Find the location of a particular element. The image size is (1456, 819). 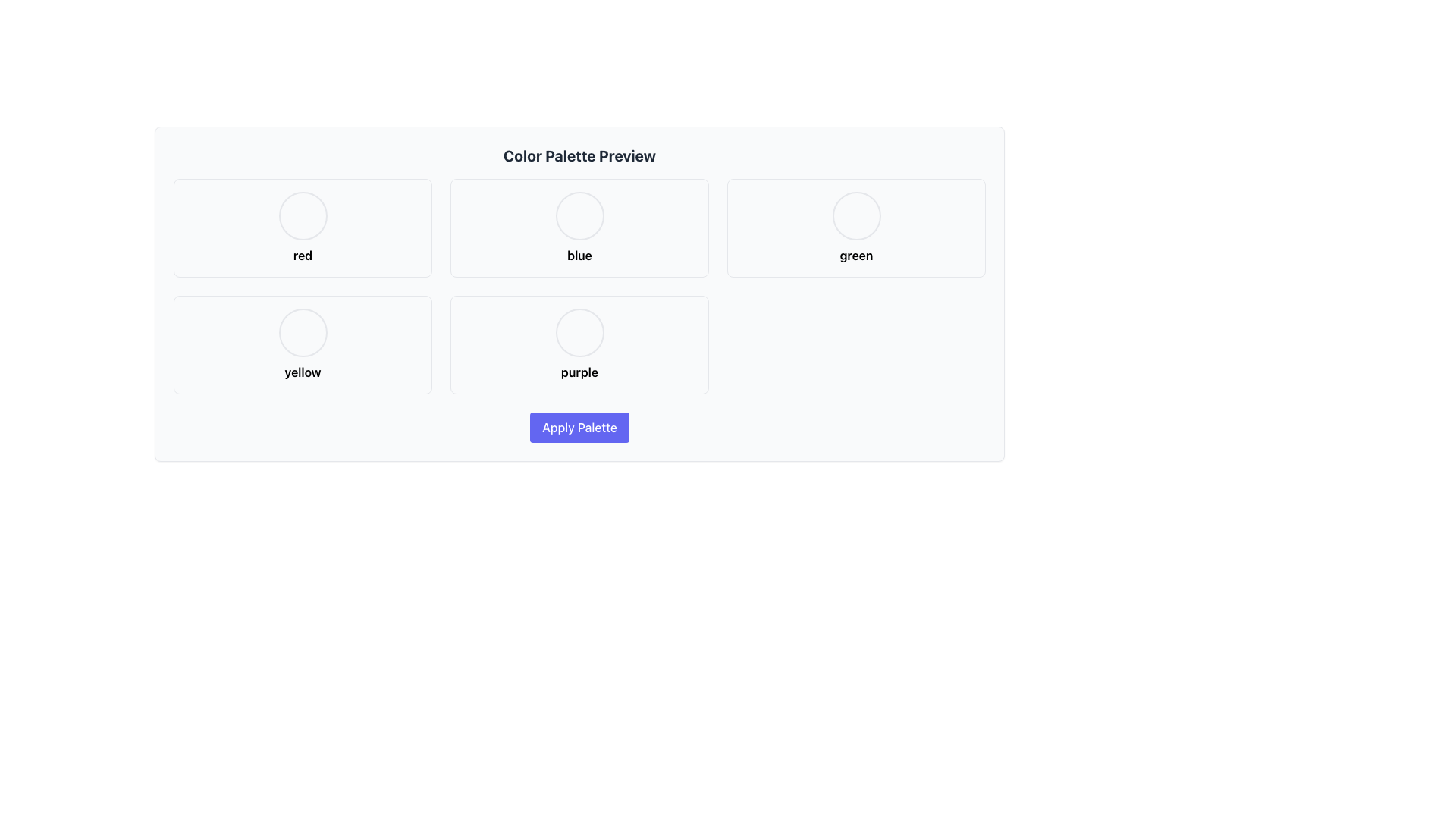

the blue color card in the Color Palette Preview section, which is the second card in the first row, positioned between the red and green cards is located at coordinates (579, 227).